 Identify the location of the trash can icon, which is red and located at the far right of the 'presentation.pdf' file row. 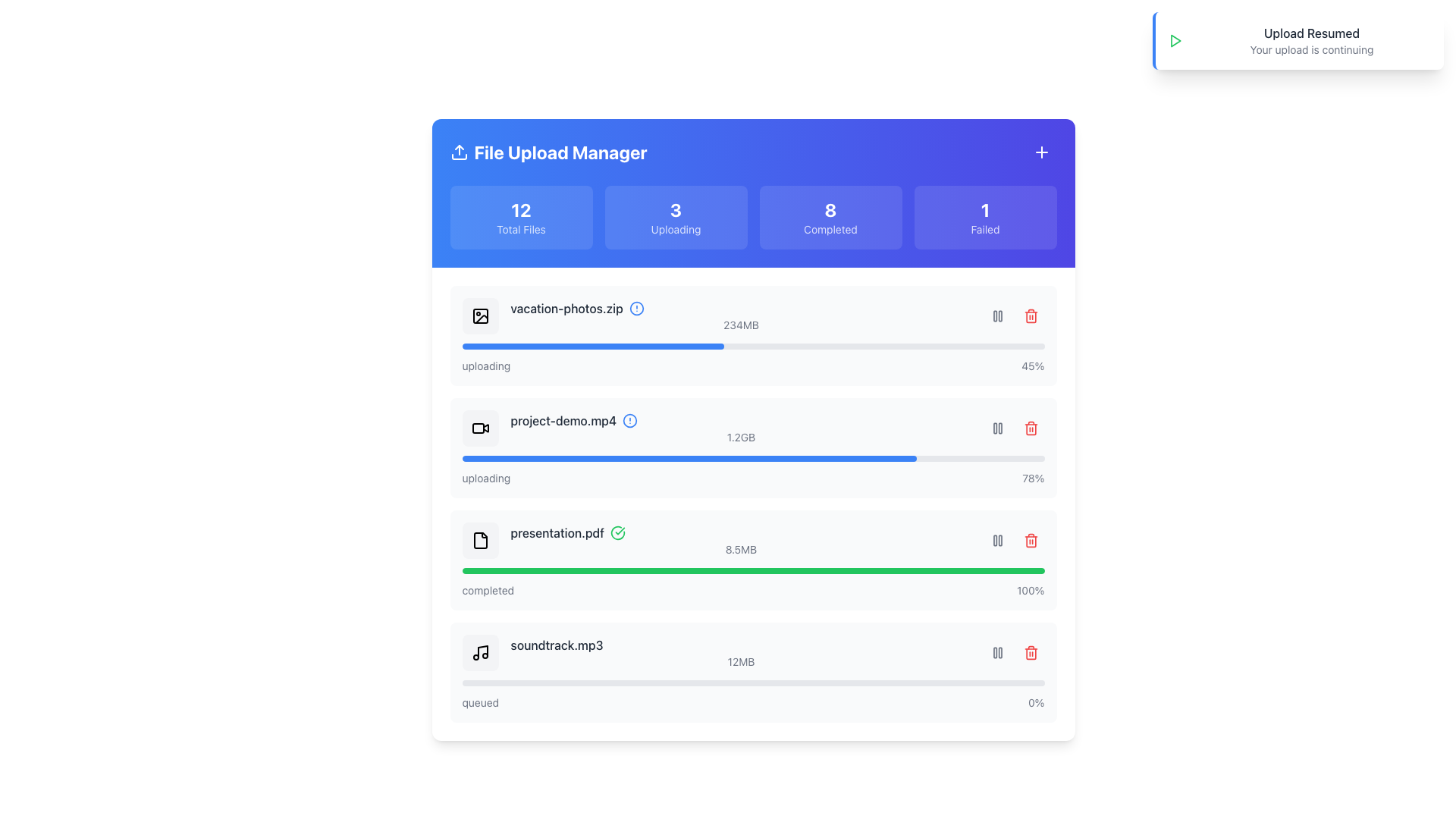
(1031, 651).